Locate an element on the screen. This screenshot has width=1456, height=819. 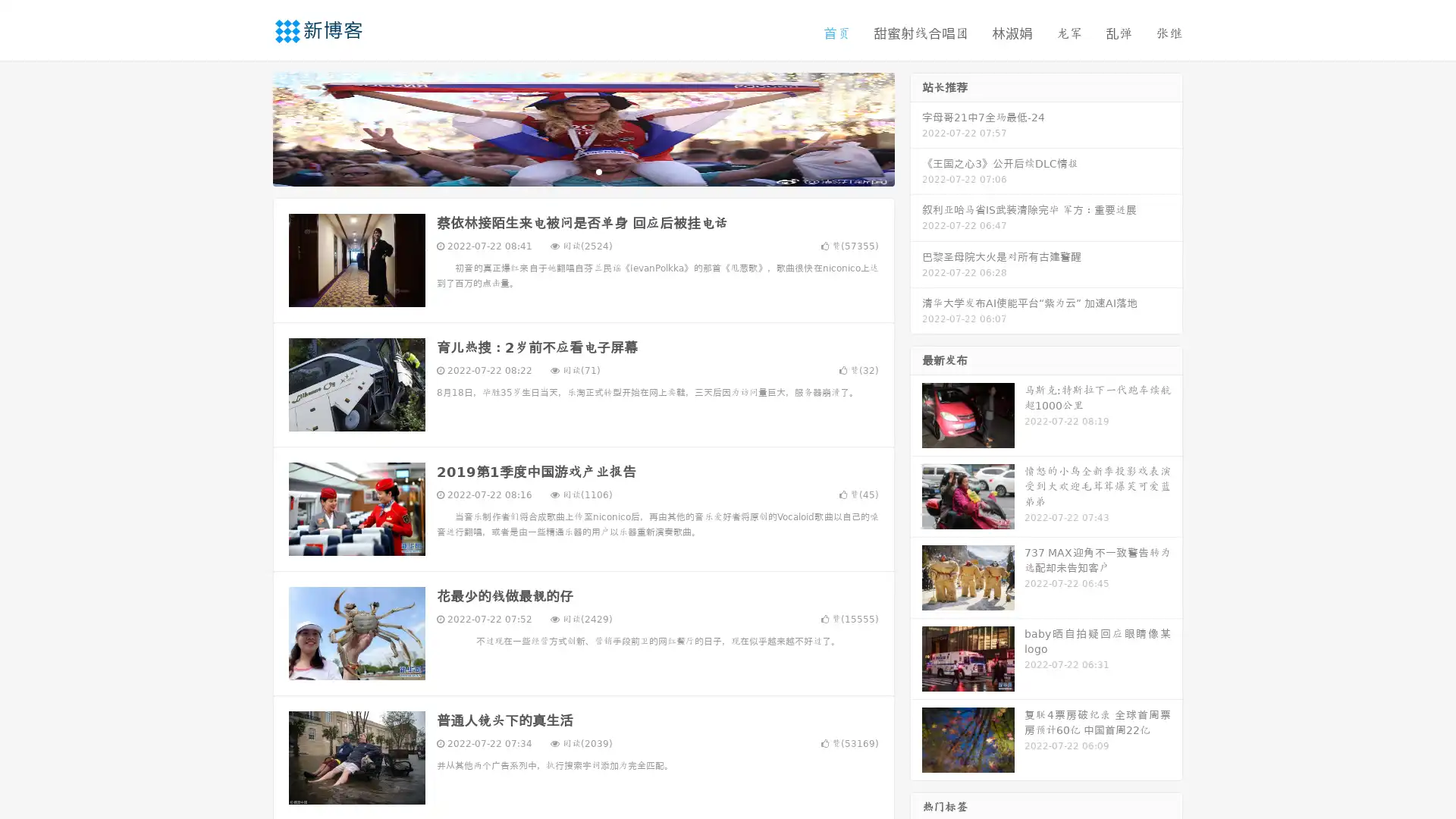
Previous slide is located at coordinates (250, 127).